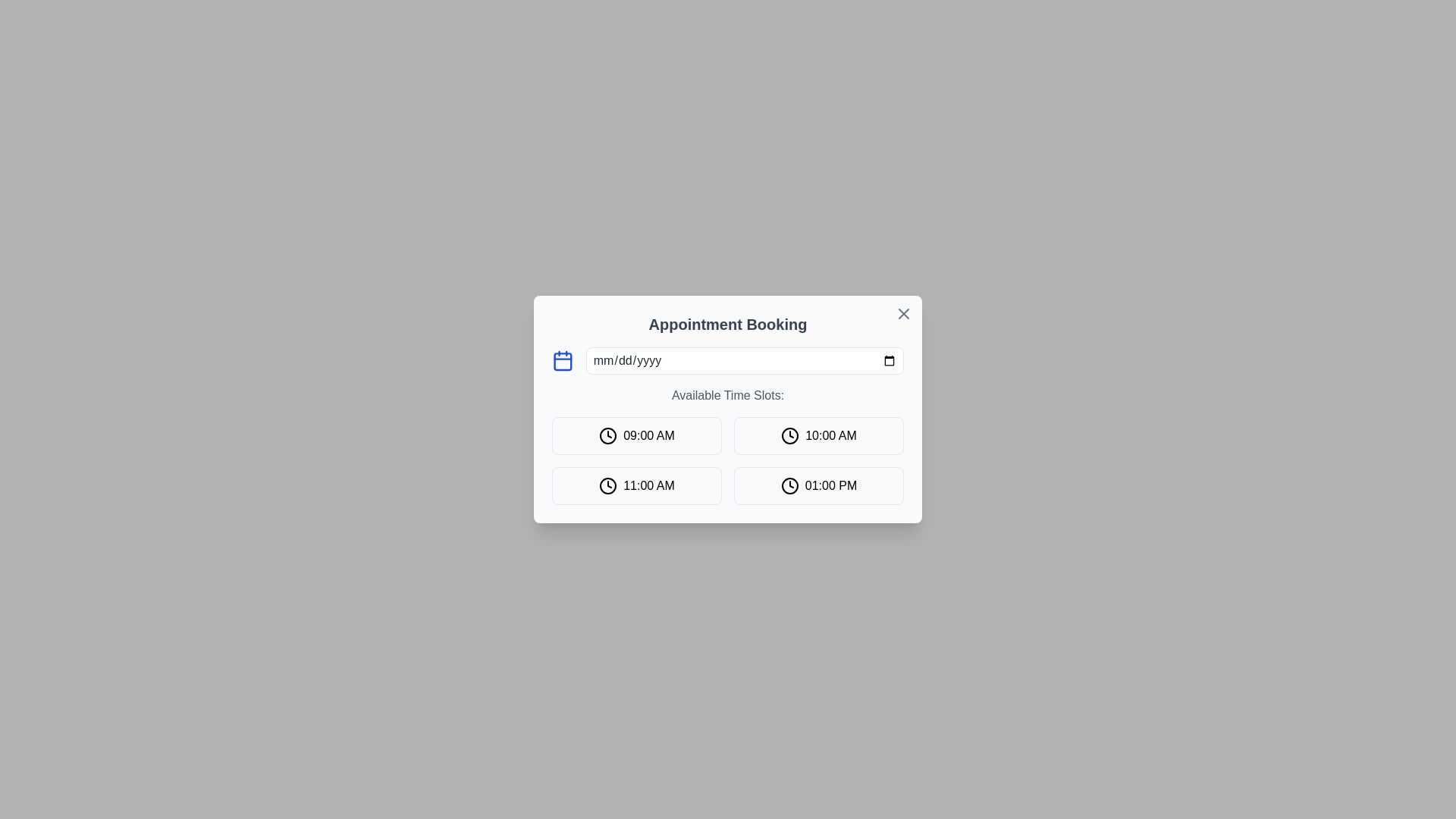 The height and width of the screenshot is (819, 1456). Describe the element at coordinates (728, 460) in the screenshot. I see `one of the interactive button-like cells representing time options in the 'Available Time Slots' section` at that location.